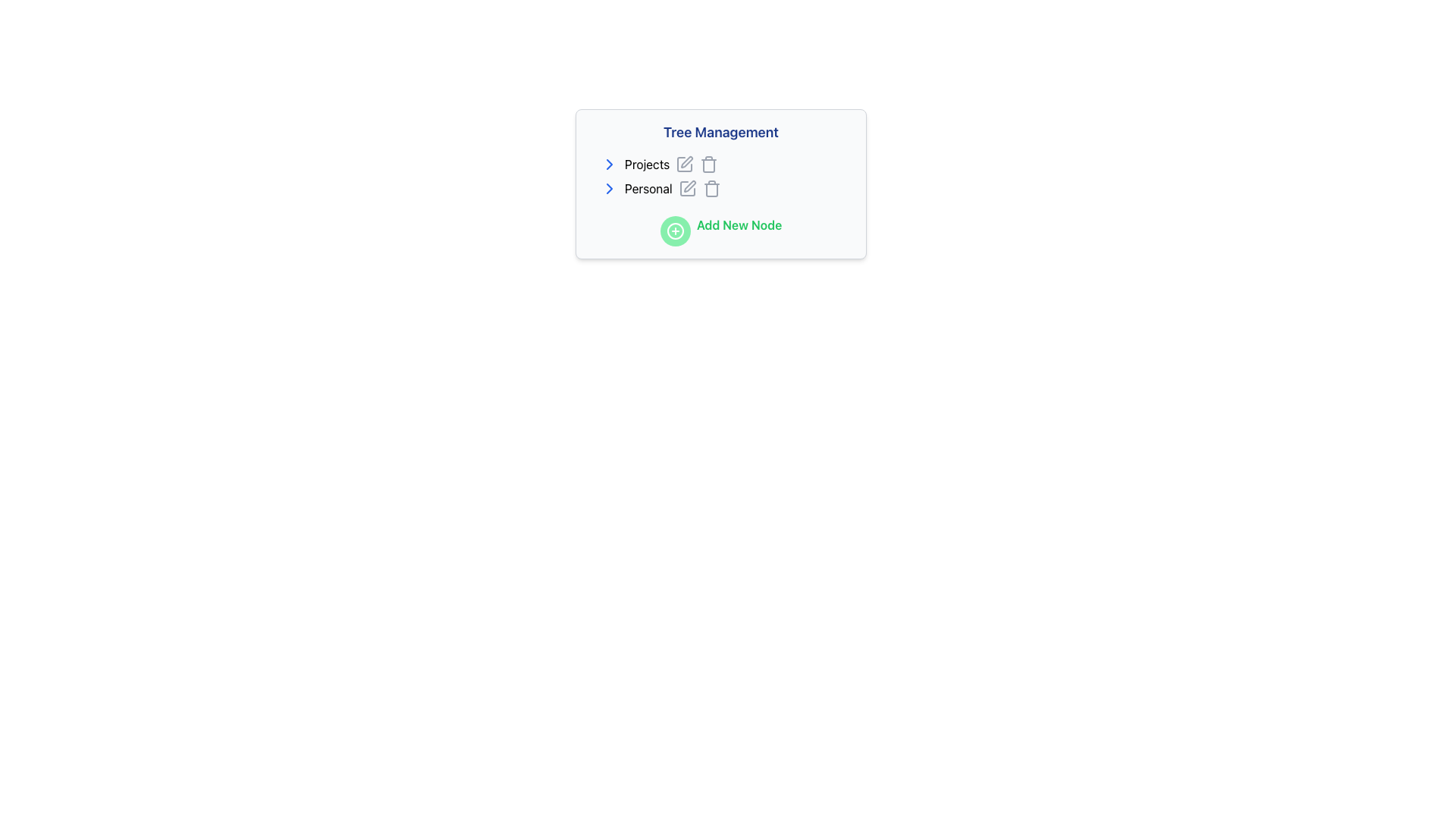 Image resolution: width=1456 pixels, height=819 pixels. I want to click on the text label that describes the action associated with the adjacent button or icon, which is located to the right of the icon, so click(739, 231).